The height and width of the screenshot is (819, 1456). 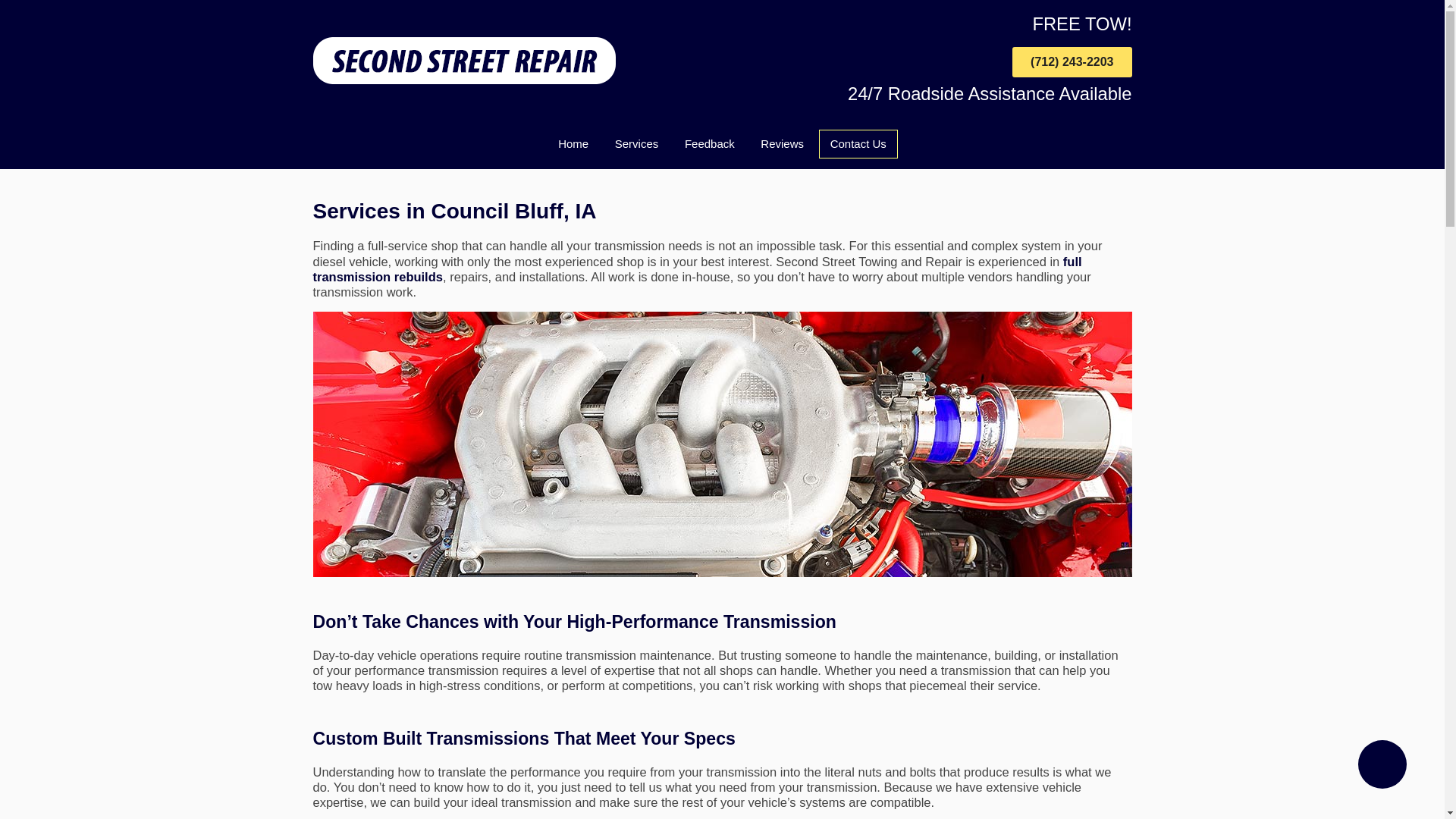 What do you see at coordinates (709, 143) in the screenshot?
I see `'Feedback'` at bounding box center [709, 143].